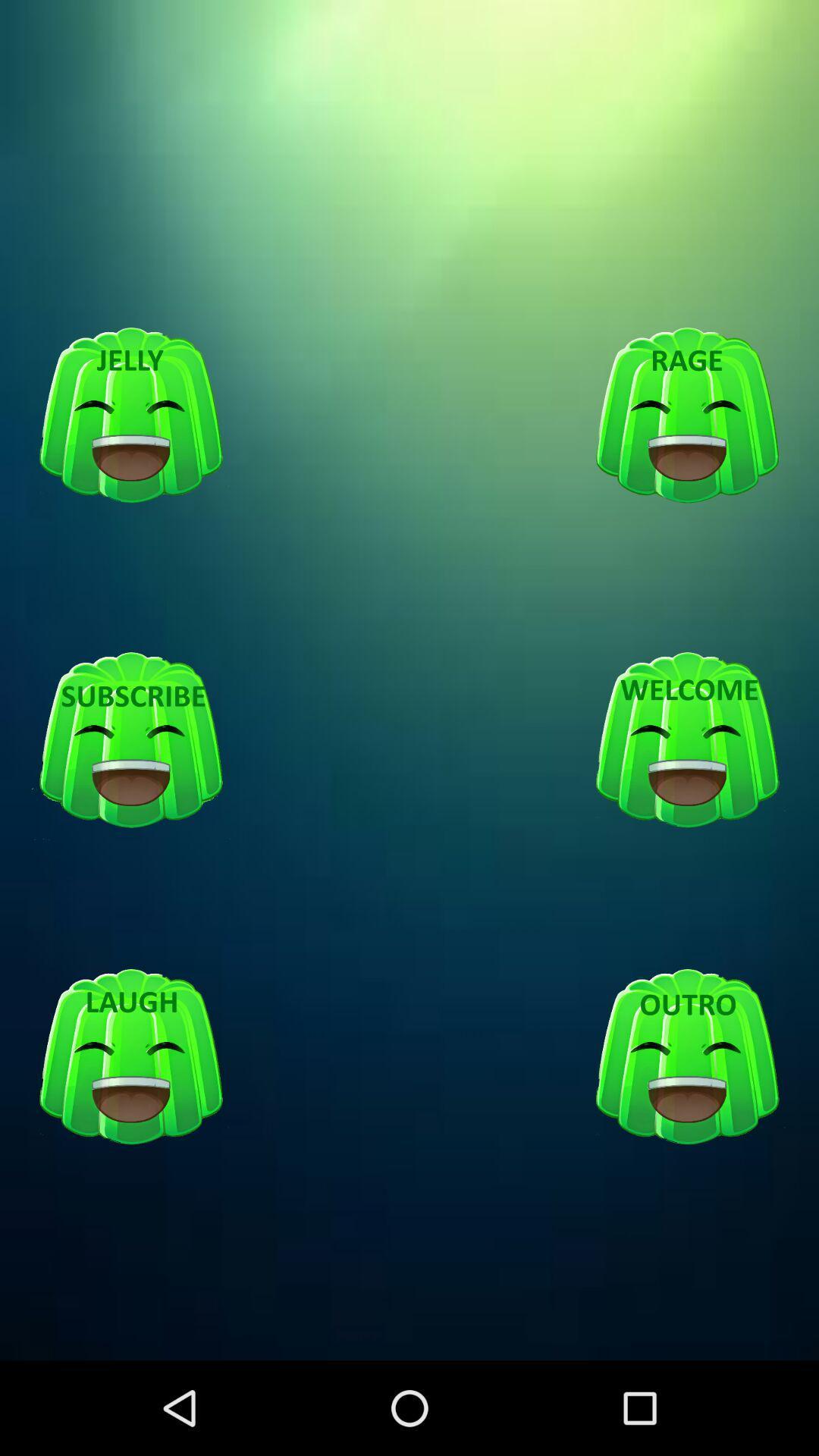 The width and height of the screenshot is (819, 1456). Describe the element at coordinates (687, 741) in the screenshot. I see `home page` at that location.